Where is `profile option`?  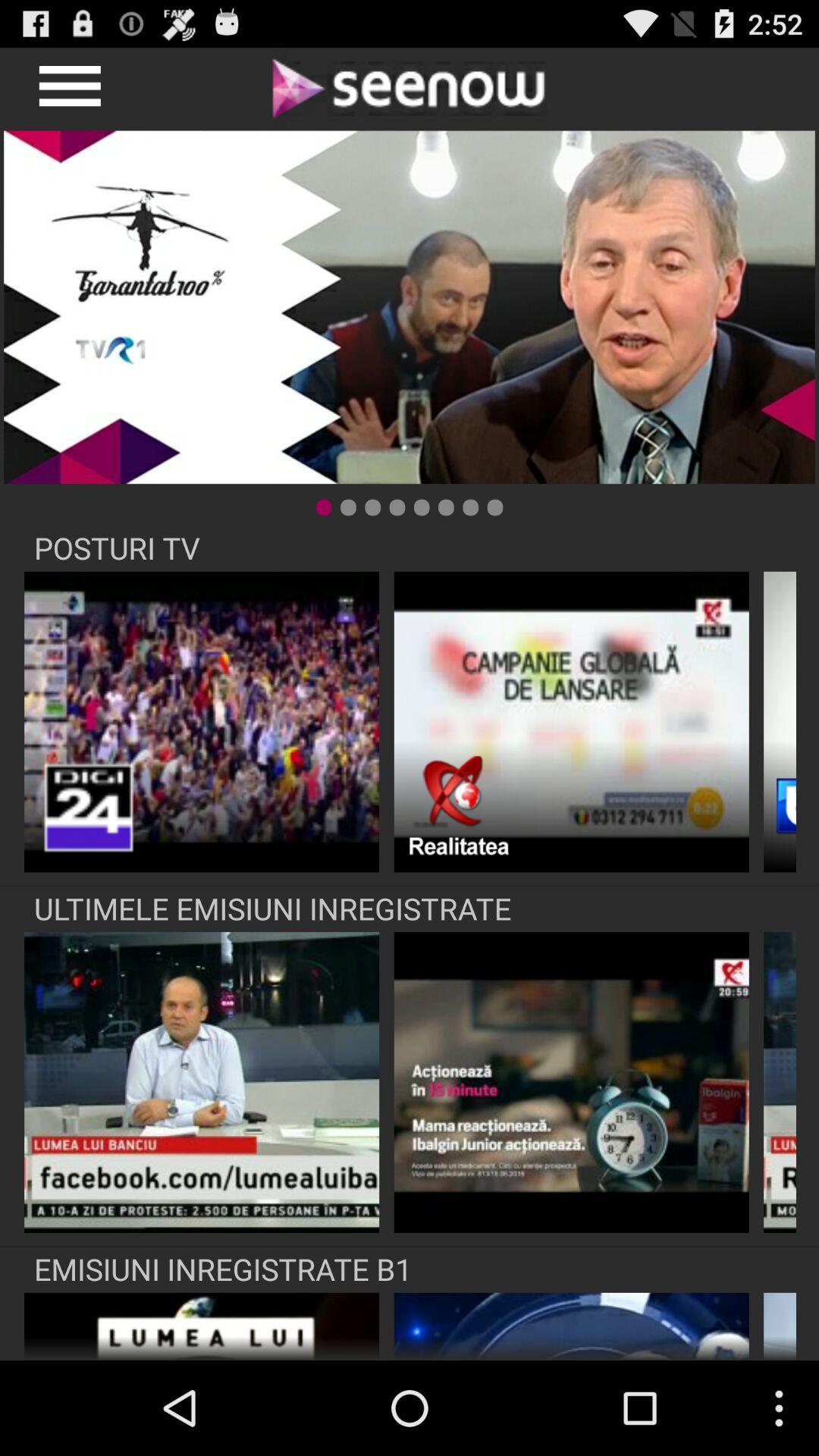 profile option is located at coordinates (67, 86).